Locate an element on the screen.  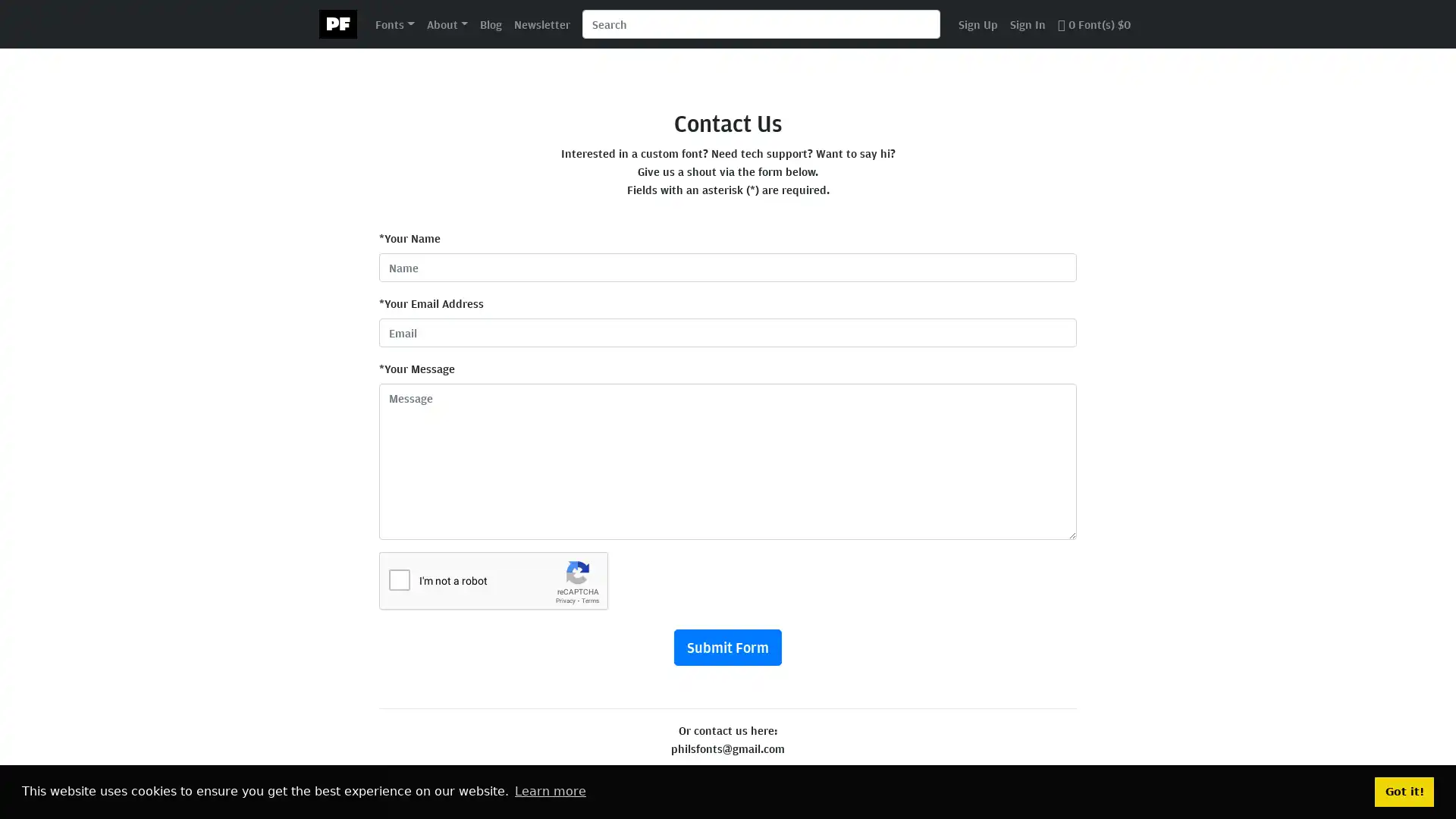
Submit Form is located at coordinates (726, 647).